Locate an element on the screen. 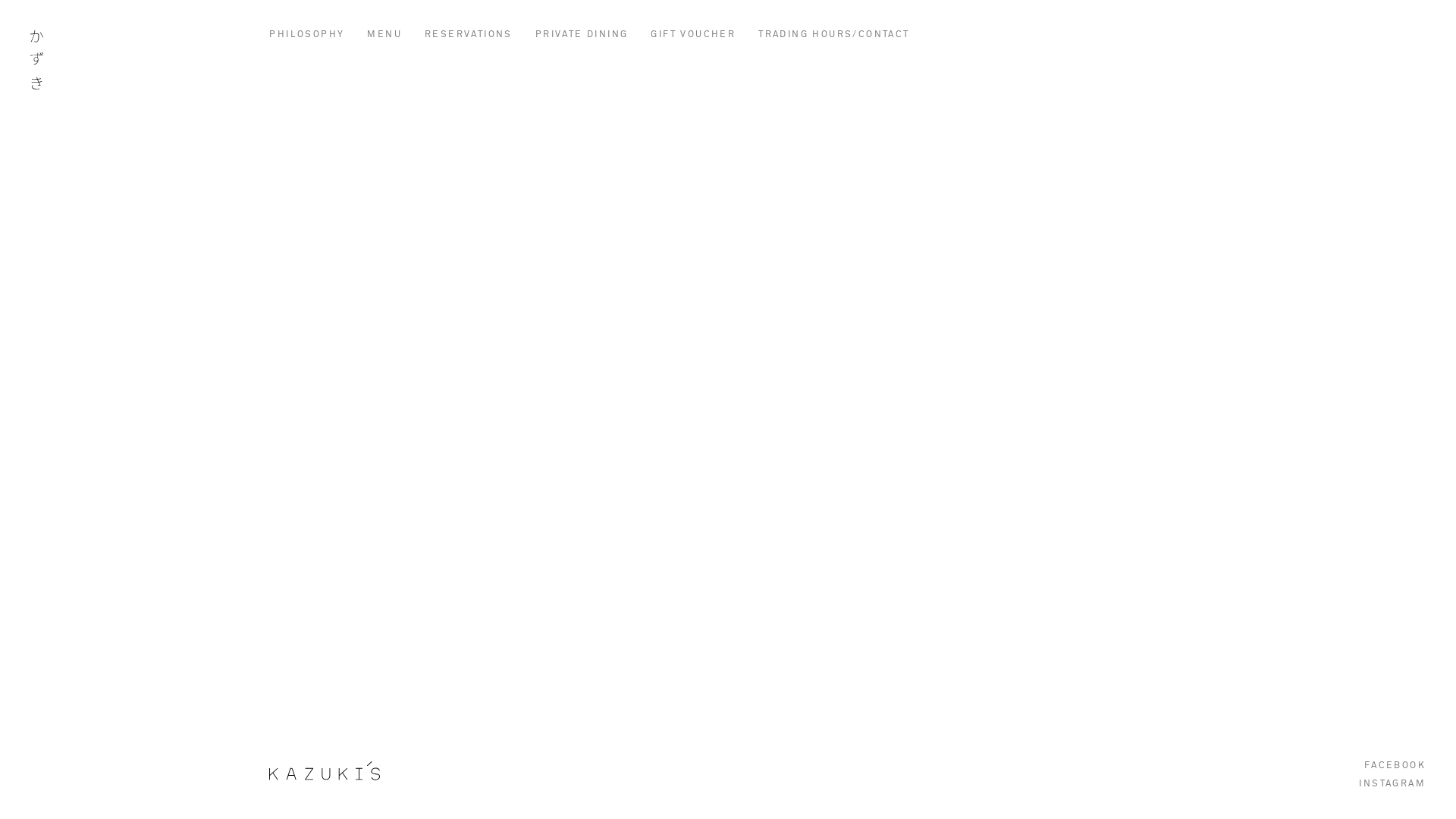 This screenshot has height=819, width=1456. 'FACEBOOK' is located at coordinates (1395, 766).